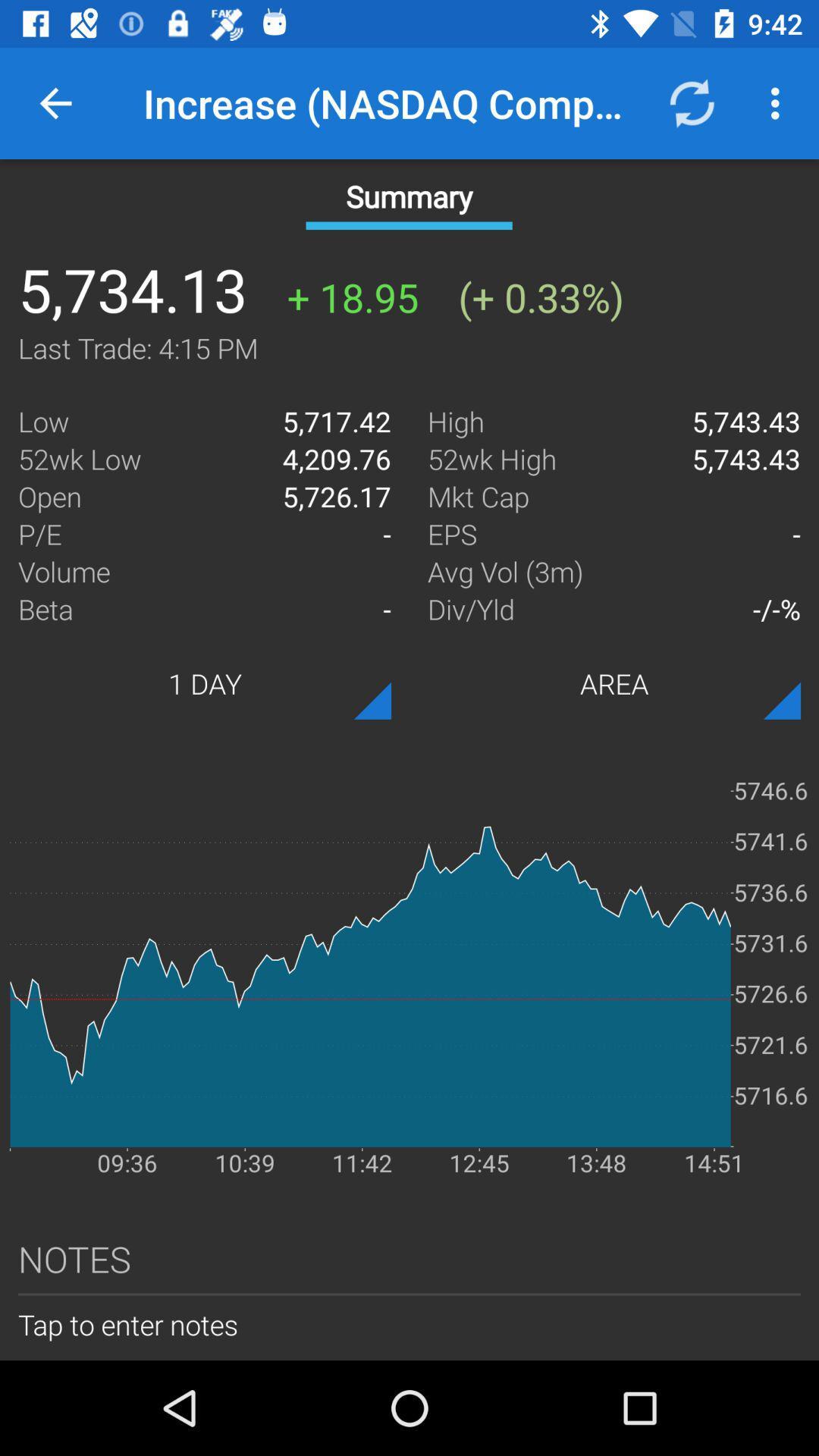 The width and height of the screenshot is (819, 1456). What do you see at coordinates (409, 963) in the screenshot?
I see `the item below the 1 day item` at bounding box center [409, 963].